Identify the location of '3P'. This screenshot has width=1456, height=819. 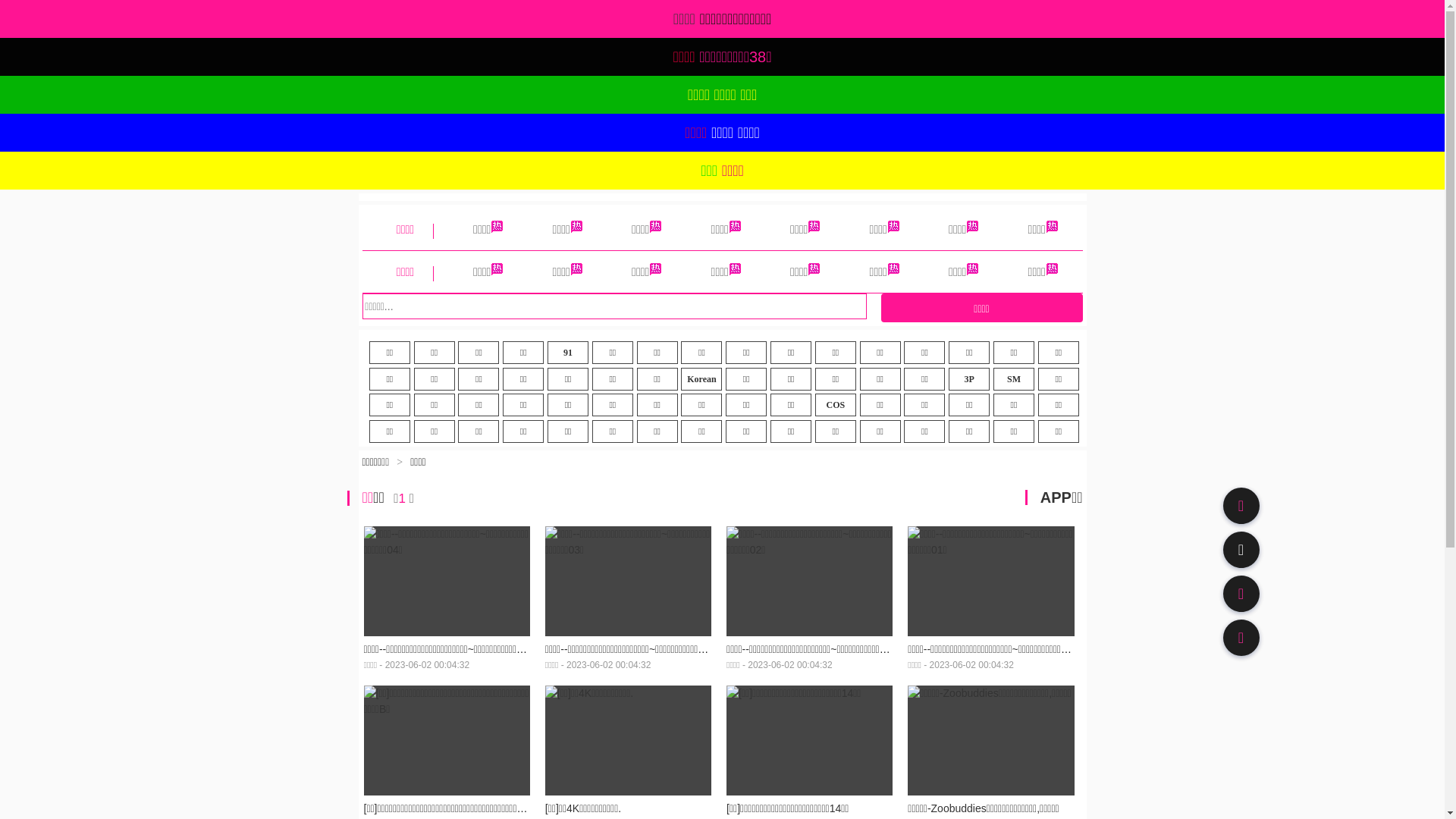
(968, 378).